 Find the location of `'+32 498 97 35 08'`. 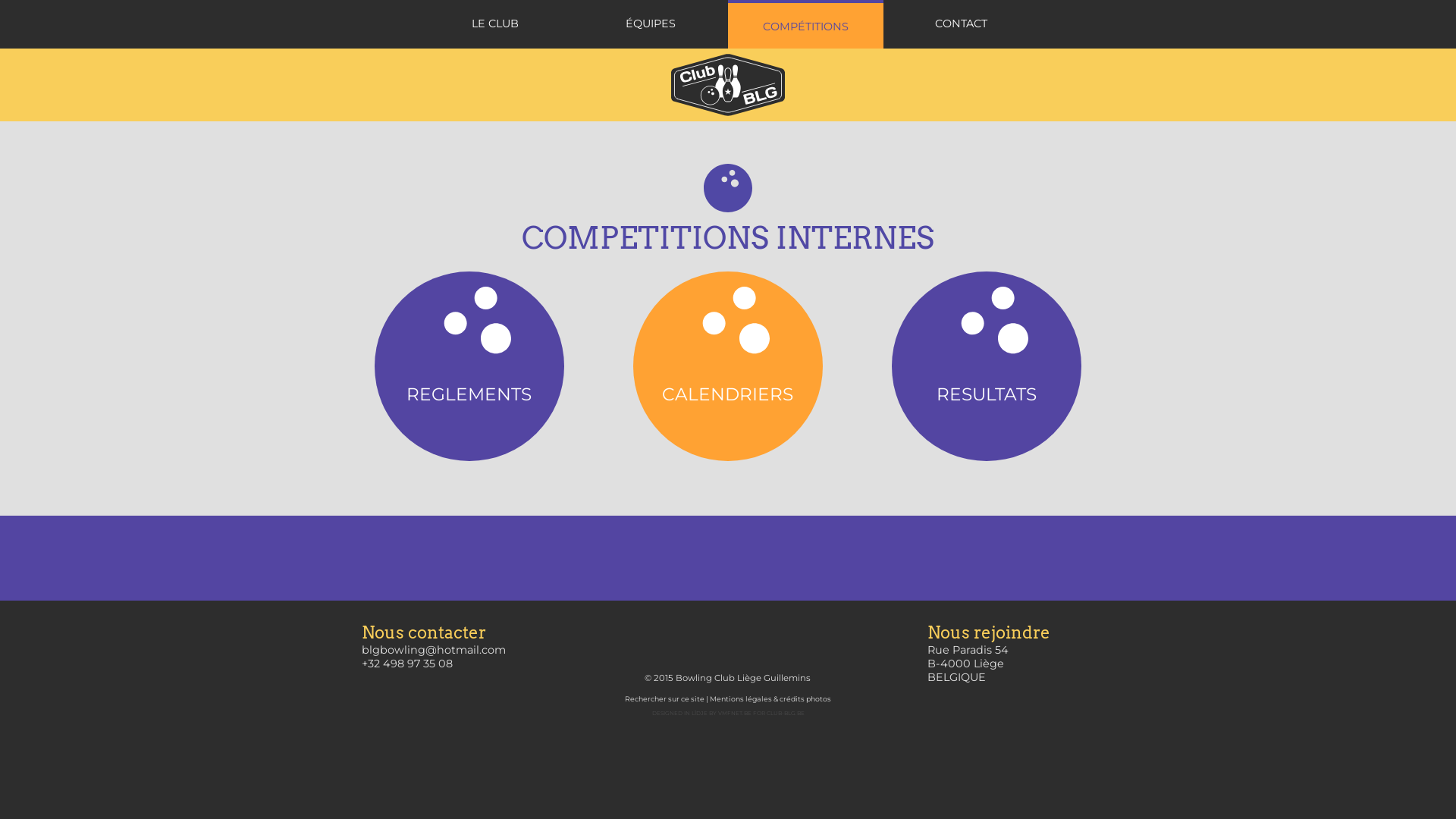

'+32 498 97 35 08' is located at coordinates (407, 663).